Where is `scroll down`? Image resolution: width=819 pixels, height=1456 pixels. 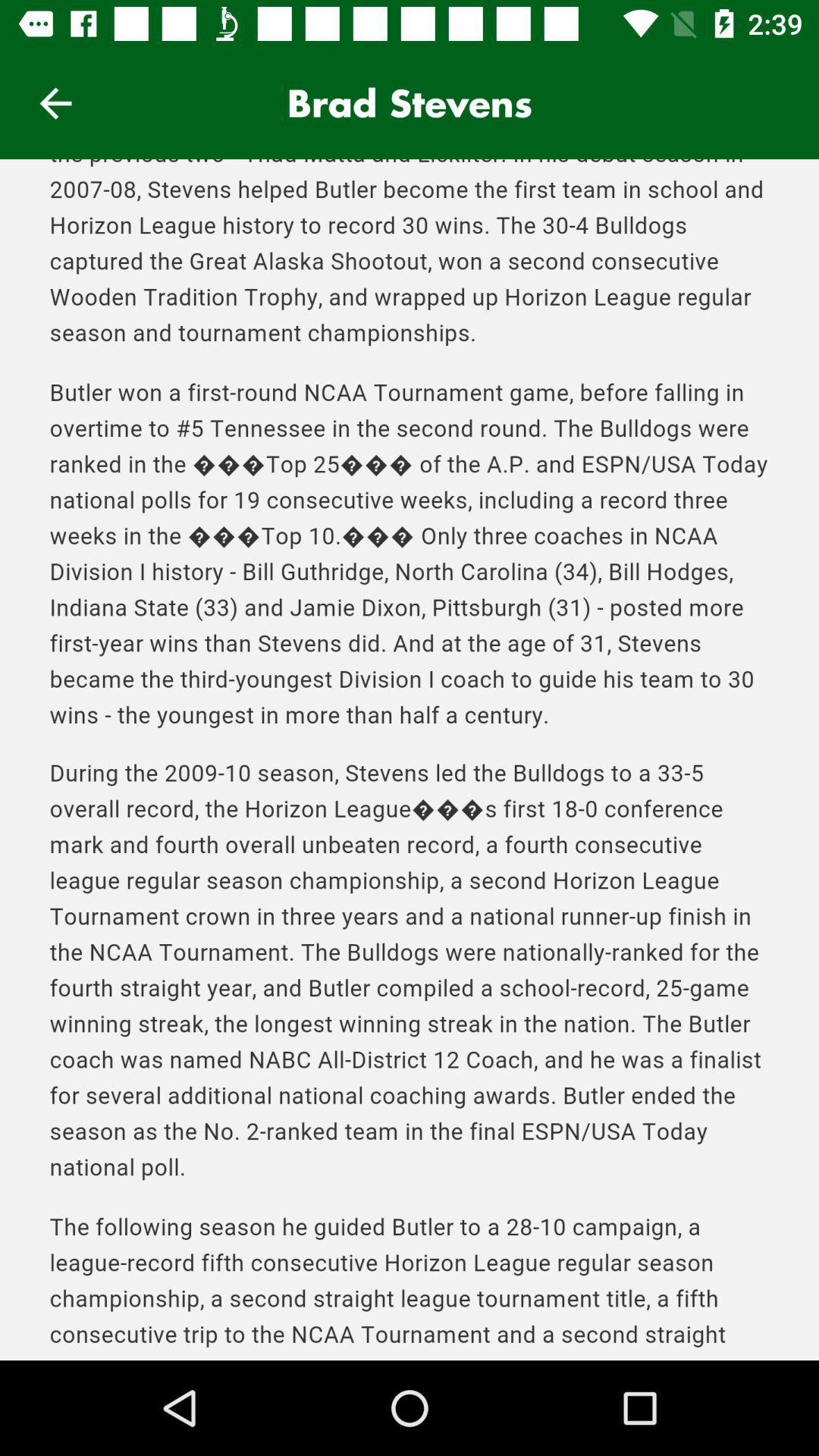
scroll down is located at coordinates (409, 760).